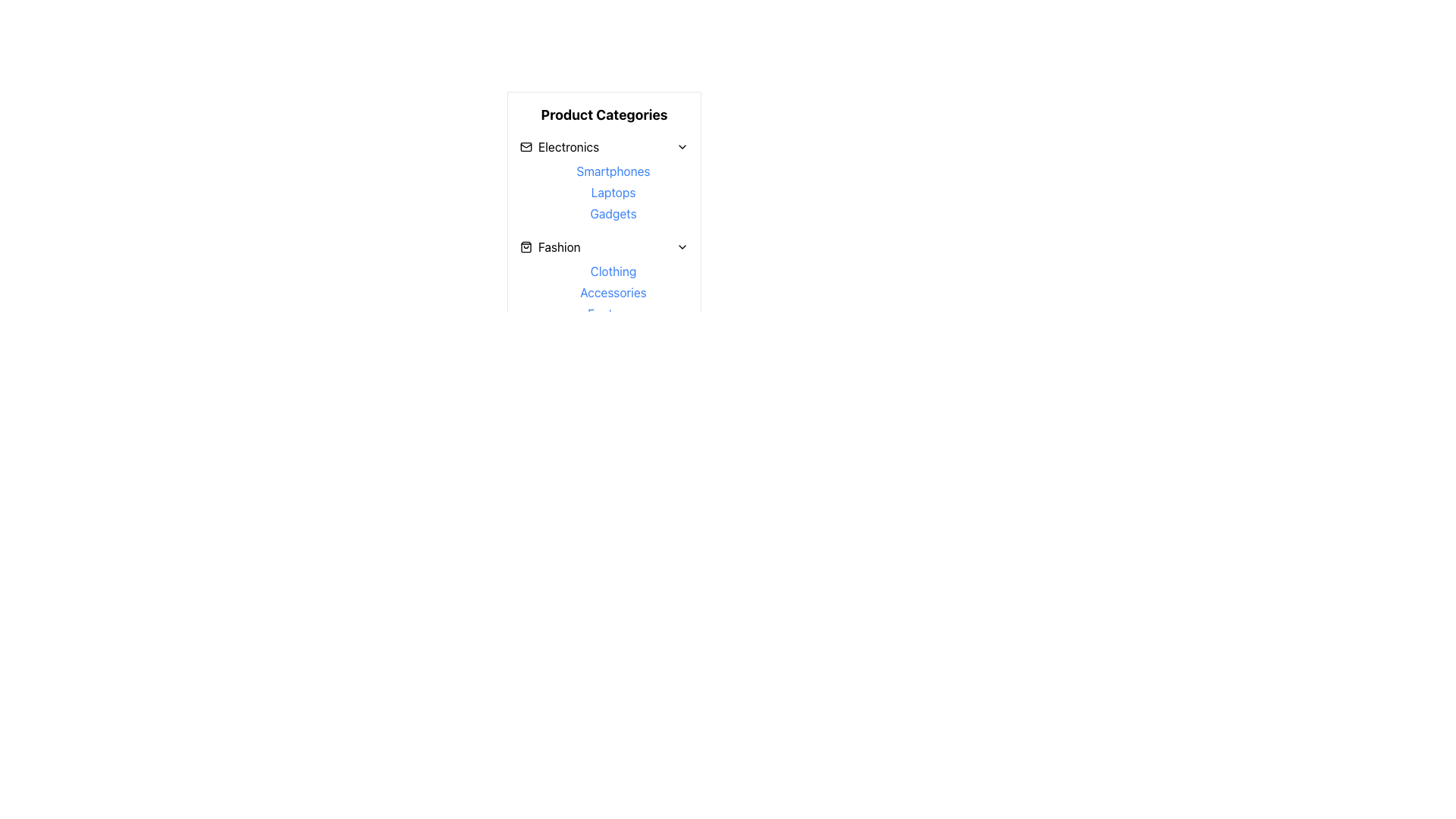 Image resolution: width=1456 pixels, height=819 pixels. Describe the element at coordinates (603, 246) in the screenshot. I see `the 'Fashion' dropdown menu button located within the 'Product Categories' section` at that location.